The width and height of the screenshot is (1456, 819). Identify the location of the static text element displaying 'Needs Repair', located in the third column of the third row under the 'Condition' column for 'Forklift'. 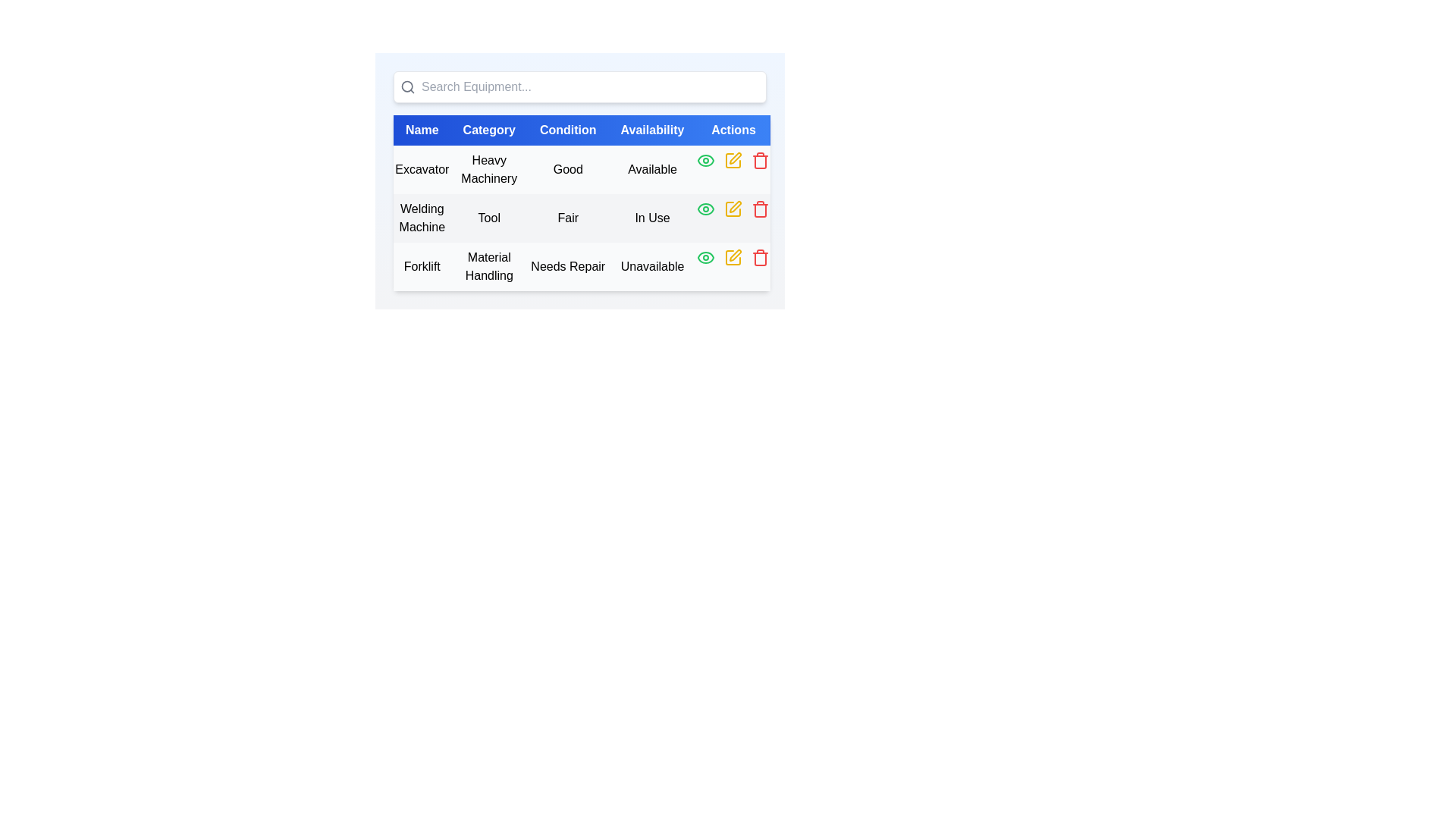
(567, 265).